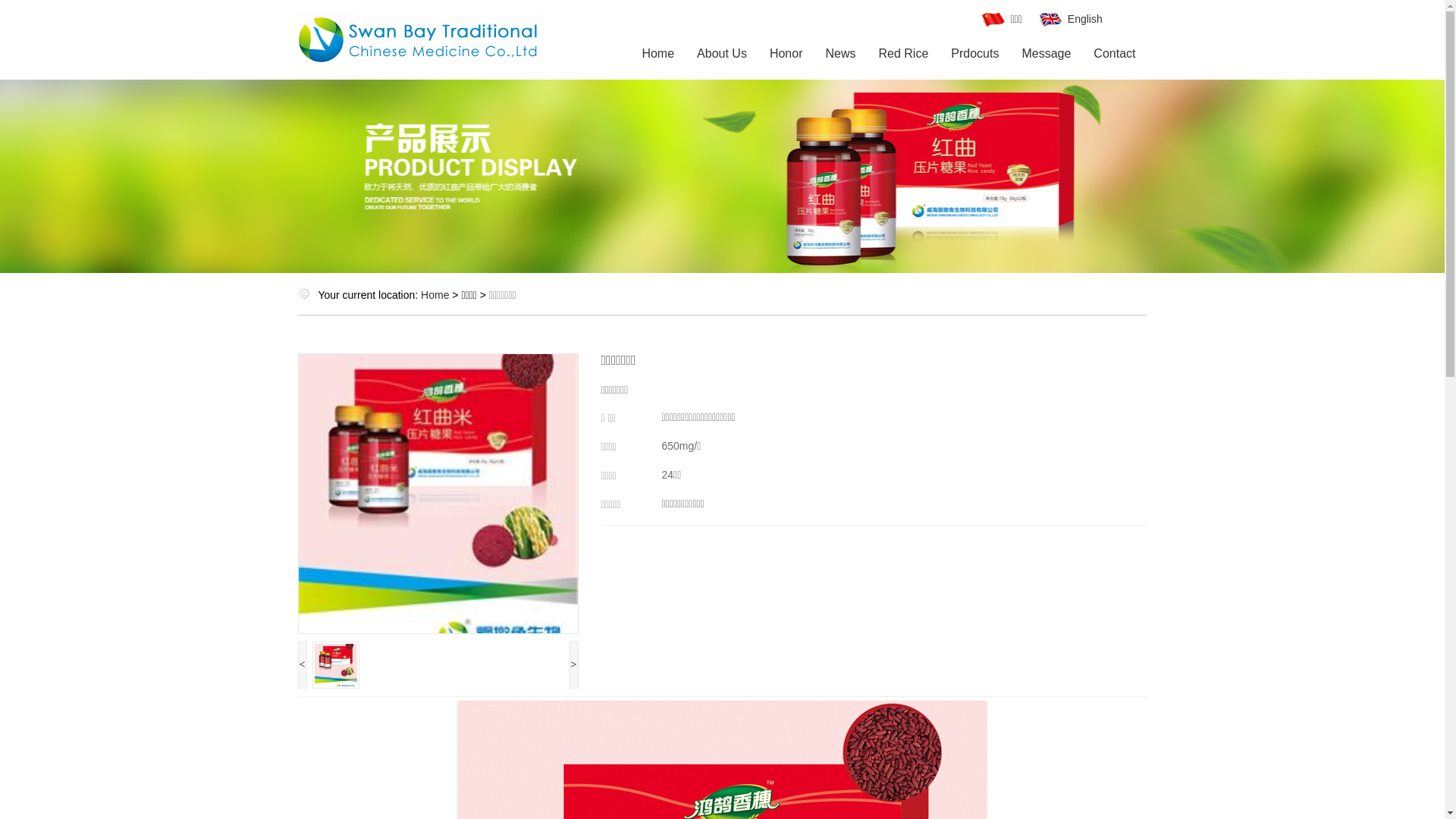 The height and width of the screenshot is (819, 1456). Describe the element at coordinates (1021, 52) in the screenshot. I see `'Message'` at that location.